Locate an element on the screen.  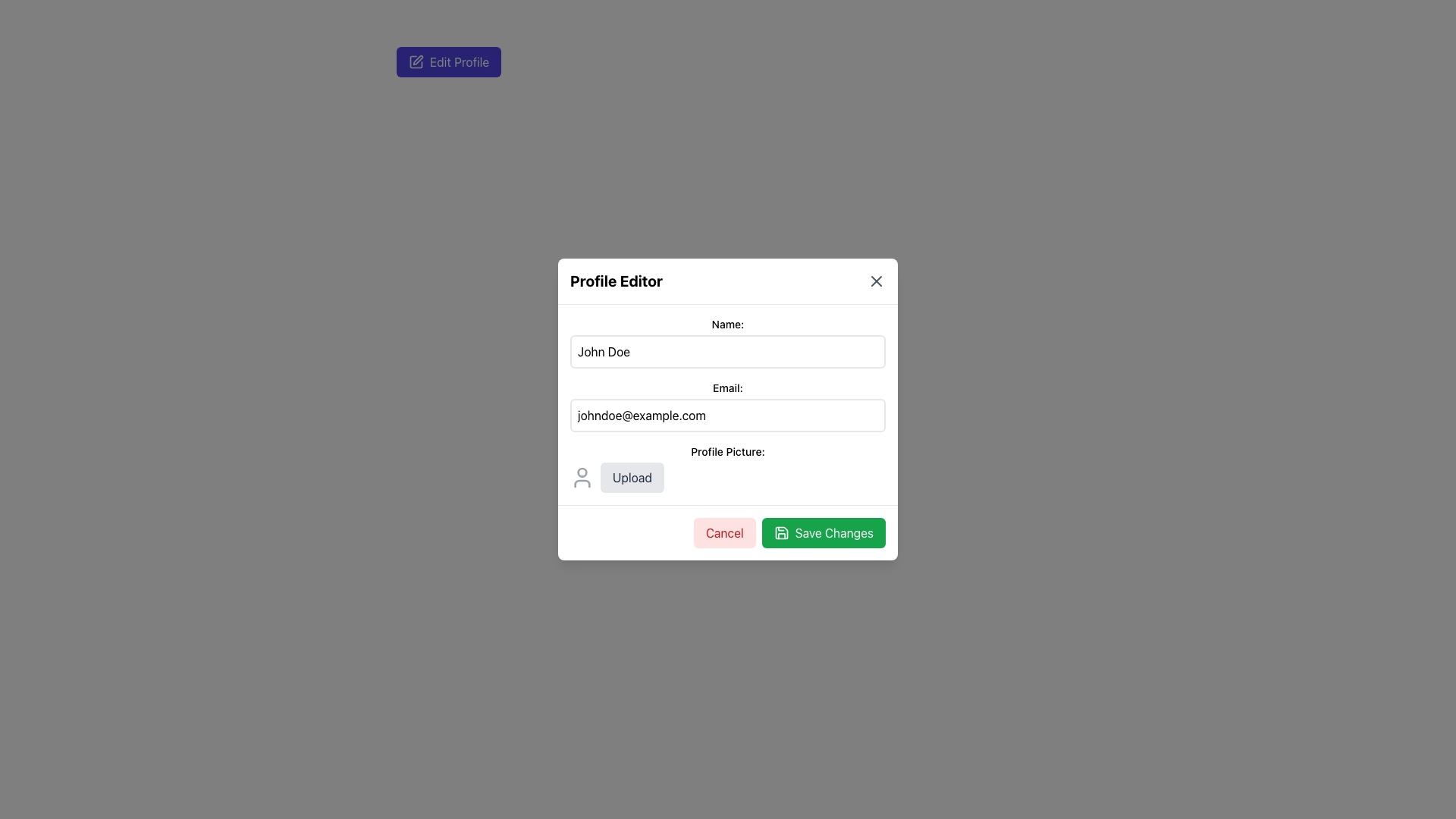
text of the title label in the modal dialog that provides context for editing user profile details, positioned leftmost in the top row of the modal's header section is located at coordinates (616, 281).